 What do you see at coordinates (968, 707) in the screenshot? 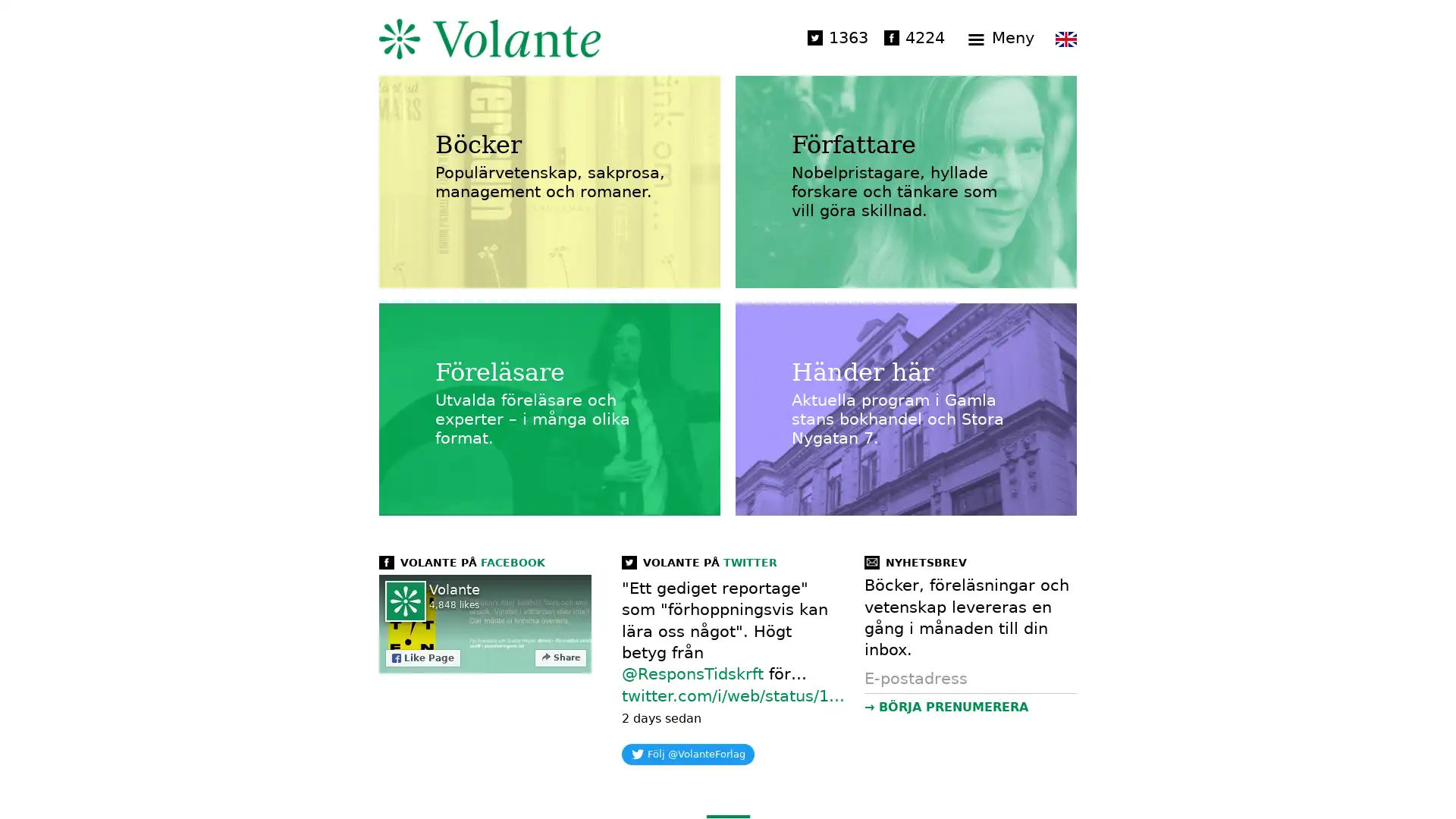
I see `Borja prenumerera` at bounding box center [968, 707].